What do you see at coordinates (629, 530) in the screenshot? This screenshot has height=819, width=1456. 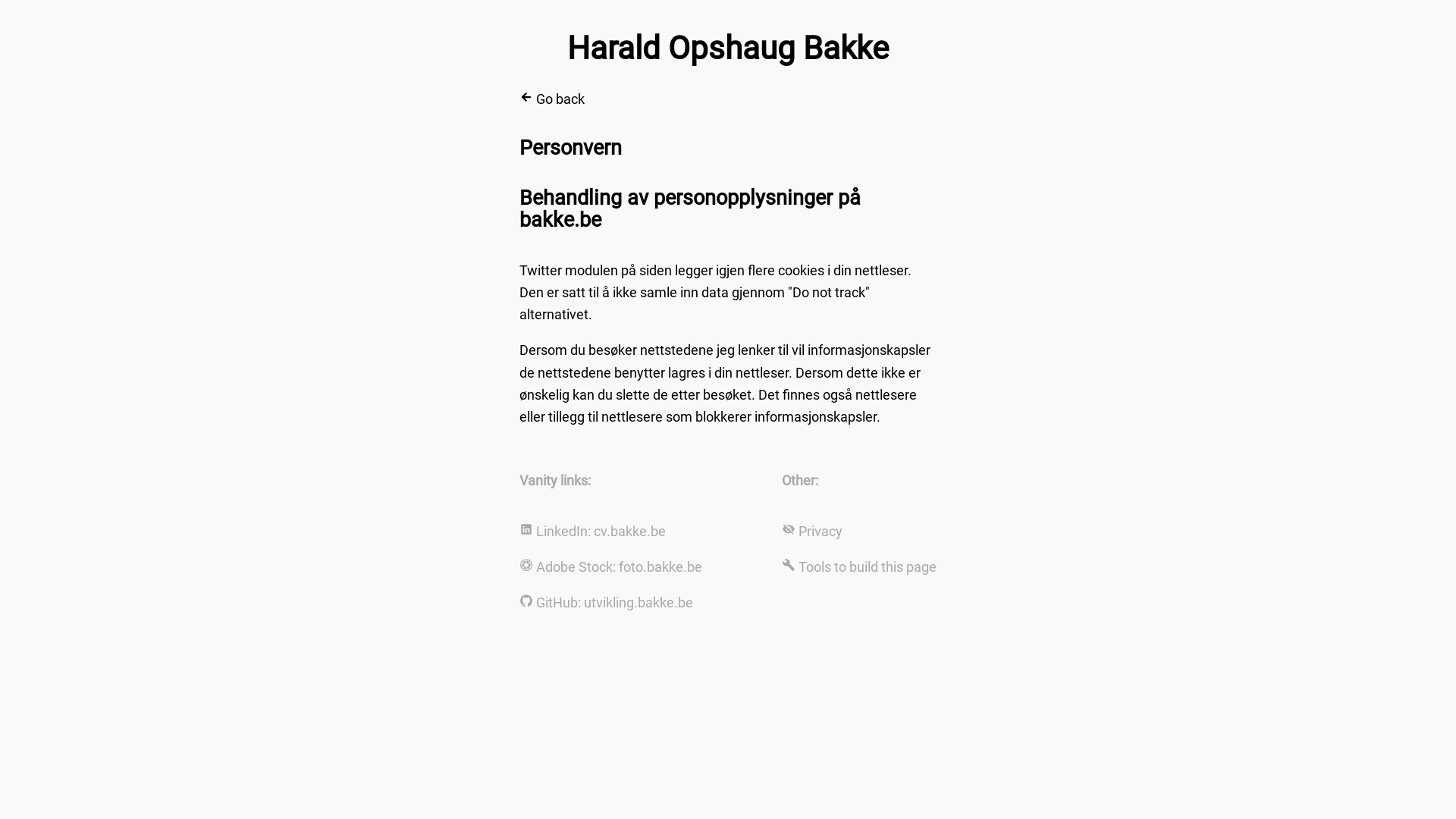 I see `'cv.bakke.be'` at bounding box center [629, 530].